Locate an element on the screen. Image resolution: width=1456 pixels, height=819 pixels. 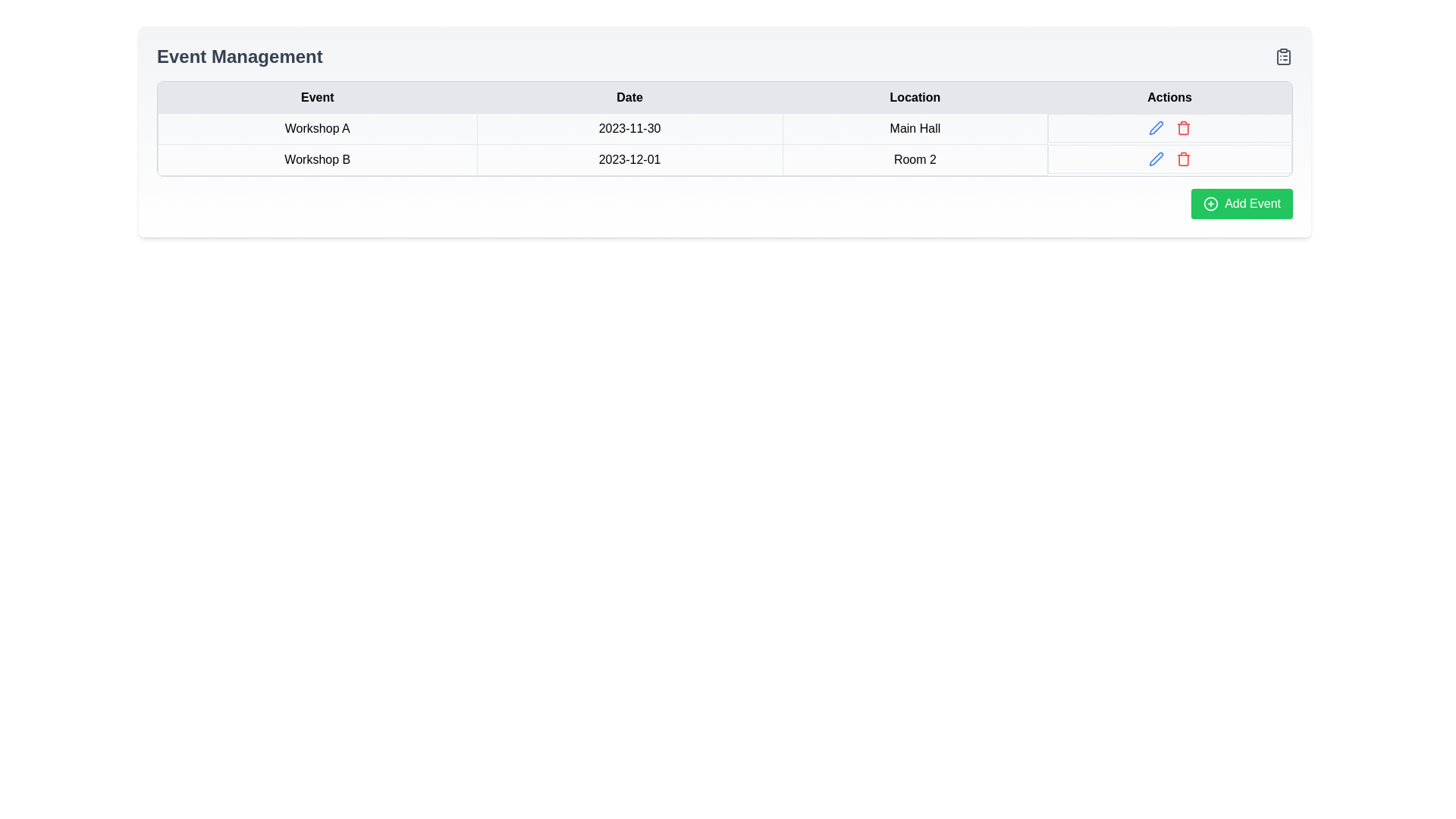
the decorative SVG graphic component located to the left of the 'Add Event' button at the bottom right corner of the interface is located at coordinates (1210, 203).